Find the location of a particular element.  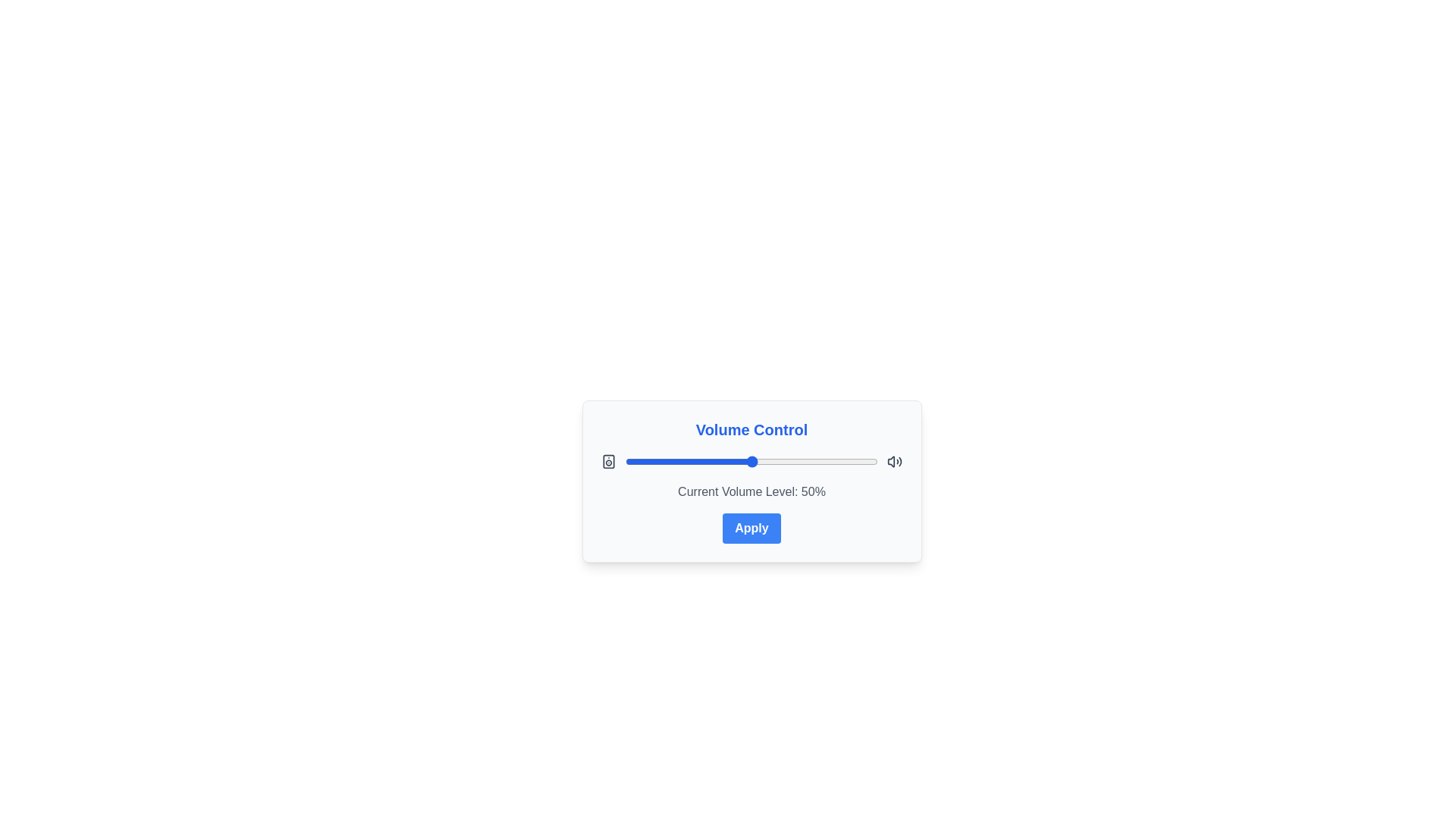

the volume level is located at coordinates (868, 461).